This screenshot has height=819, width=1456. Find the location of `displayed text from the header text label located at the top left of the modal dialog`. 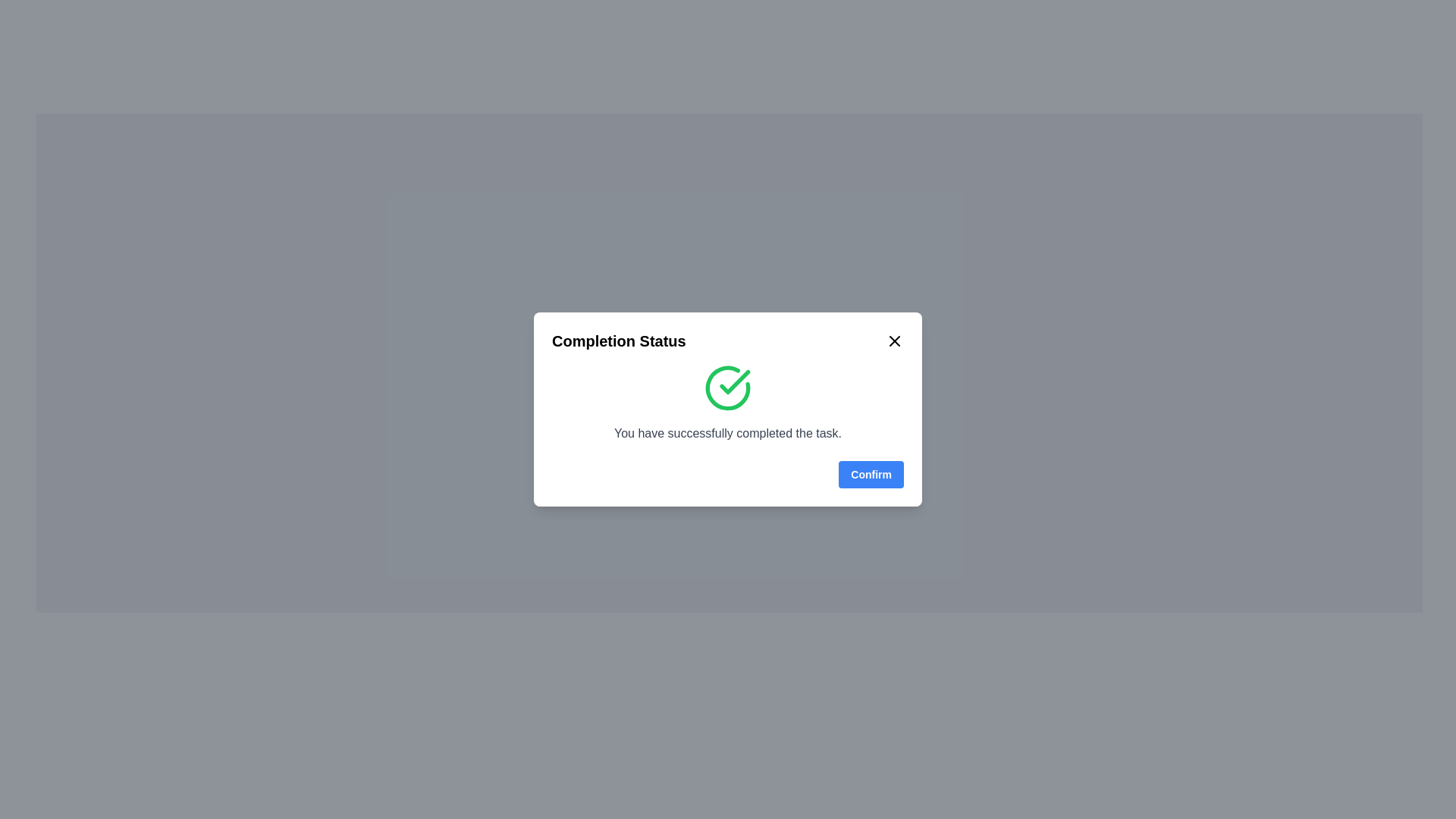

displayed text from the header text label located at the top left of the modal dialog is located at coordinates (619, 341).